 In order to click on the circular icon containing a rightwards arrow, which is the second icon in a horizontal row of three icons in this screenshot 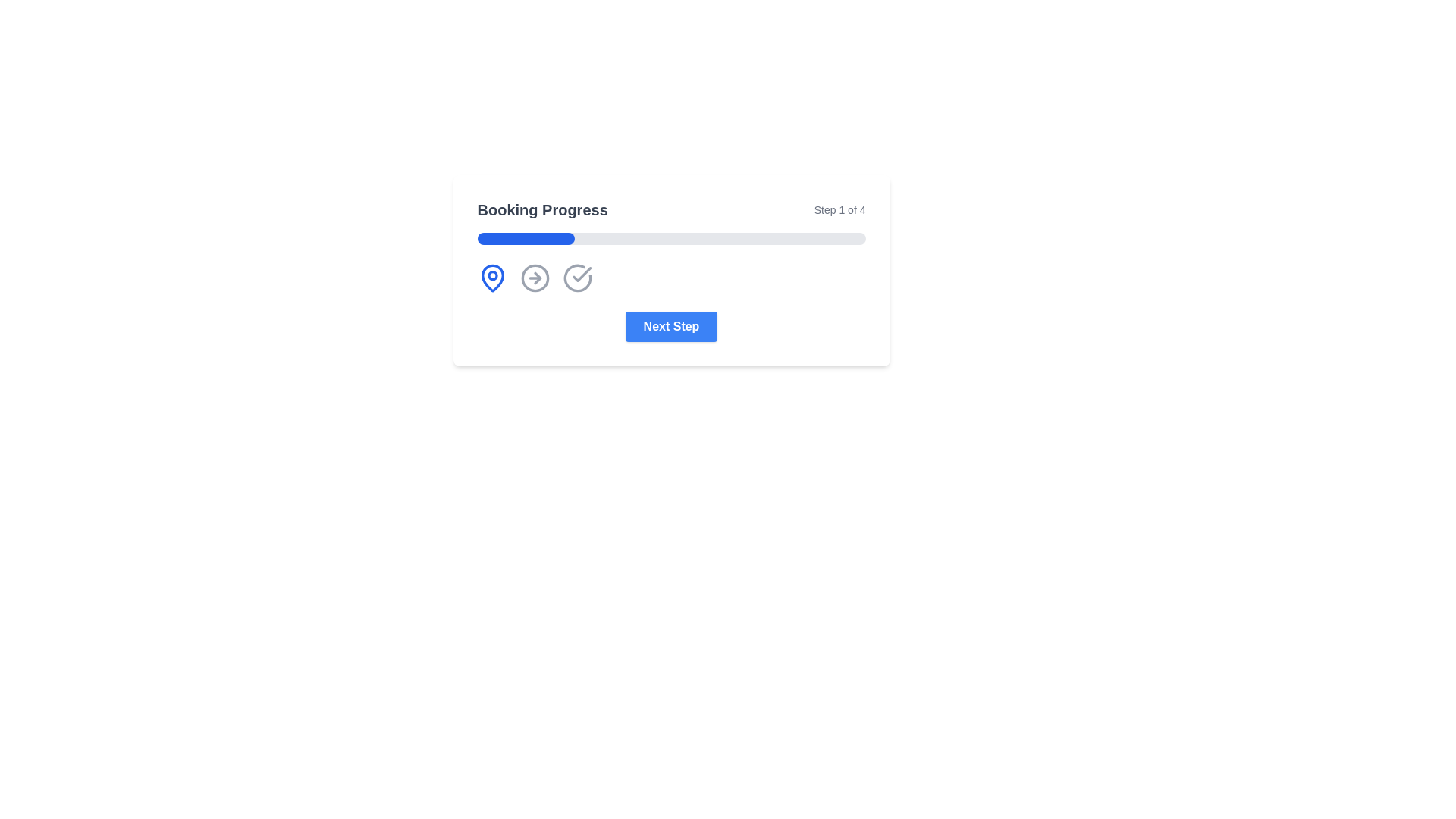, I will do `click(535, 278)`.